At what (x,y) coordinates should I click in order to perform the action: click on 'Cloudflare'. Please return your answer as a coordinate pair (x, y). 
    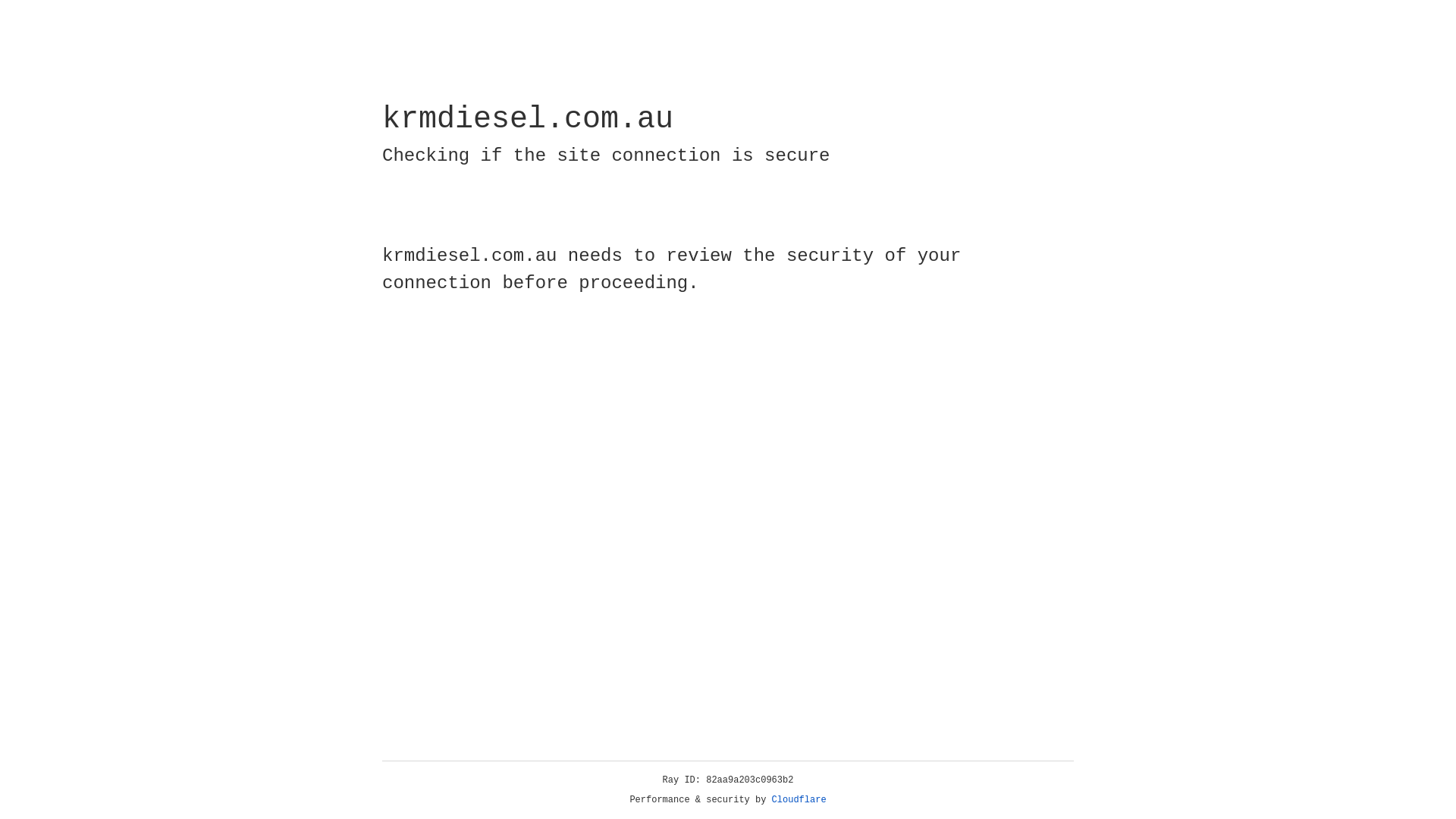
    Looking at the image, I should click on (771, 799).